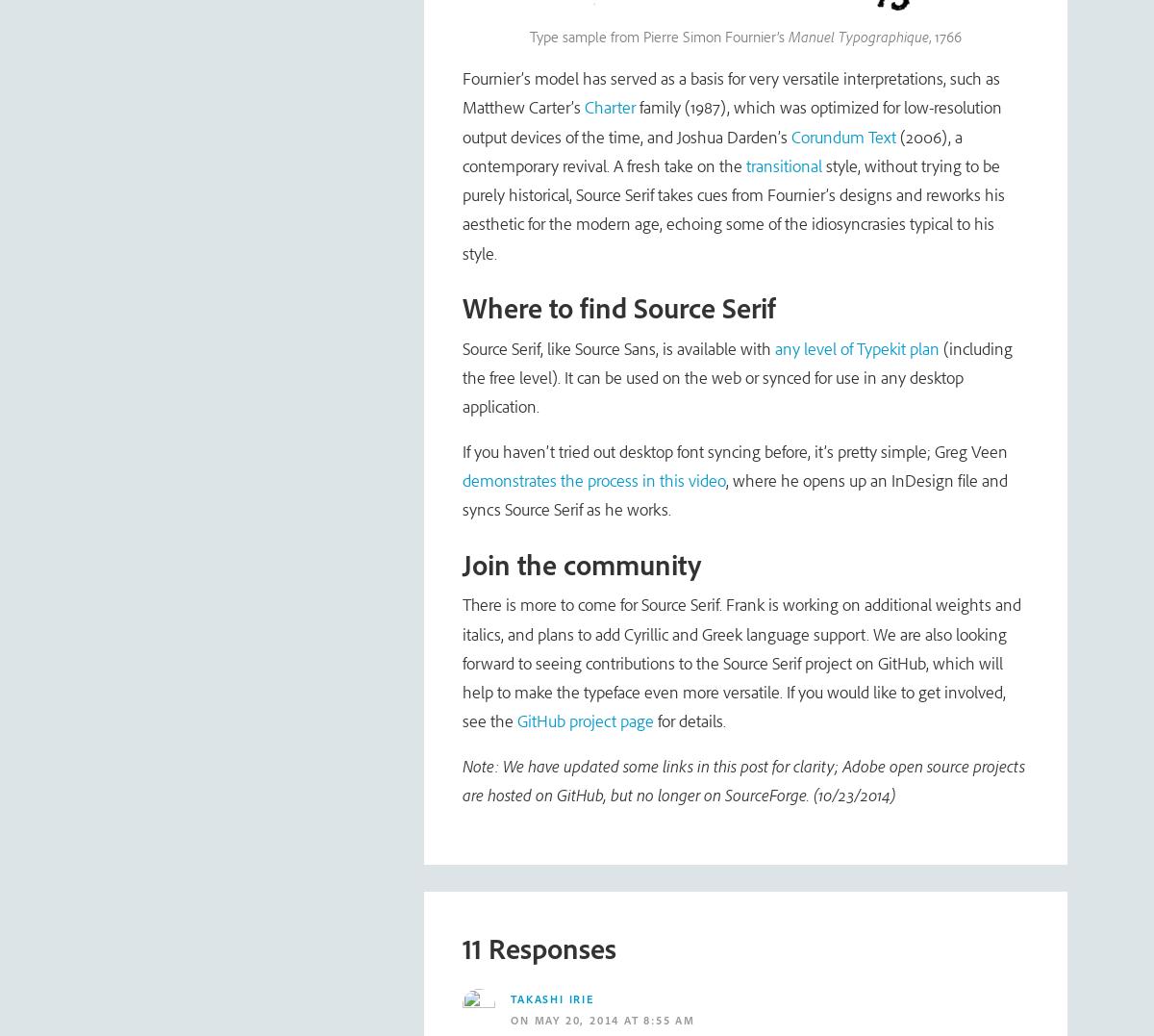 This screenshot has height=1036, width=1154. I want to click on 'Charter', so click(610, 106).